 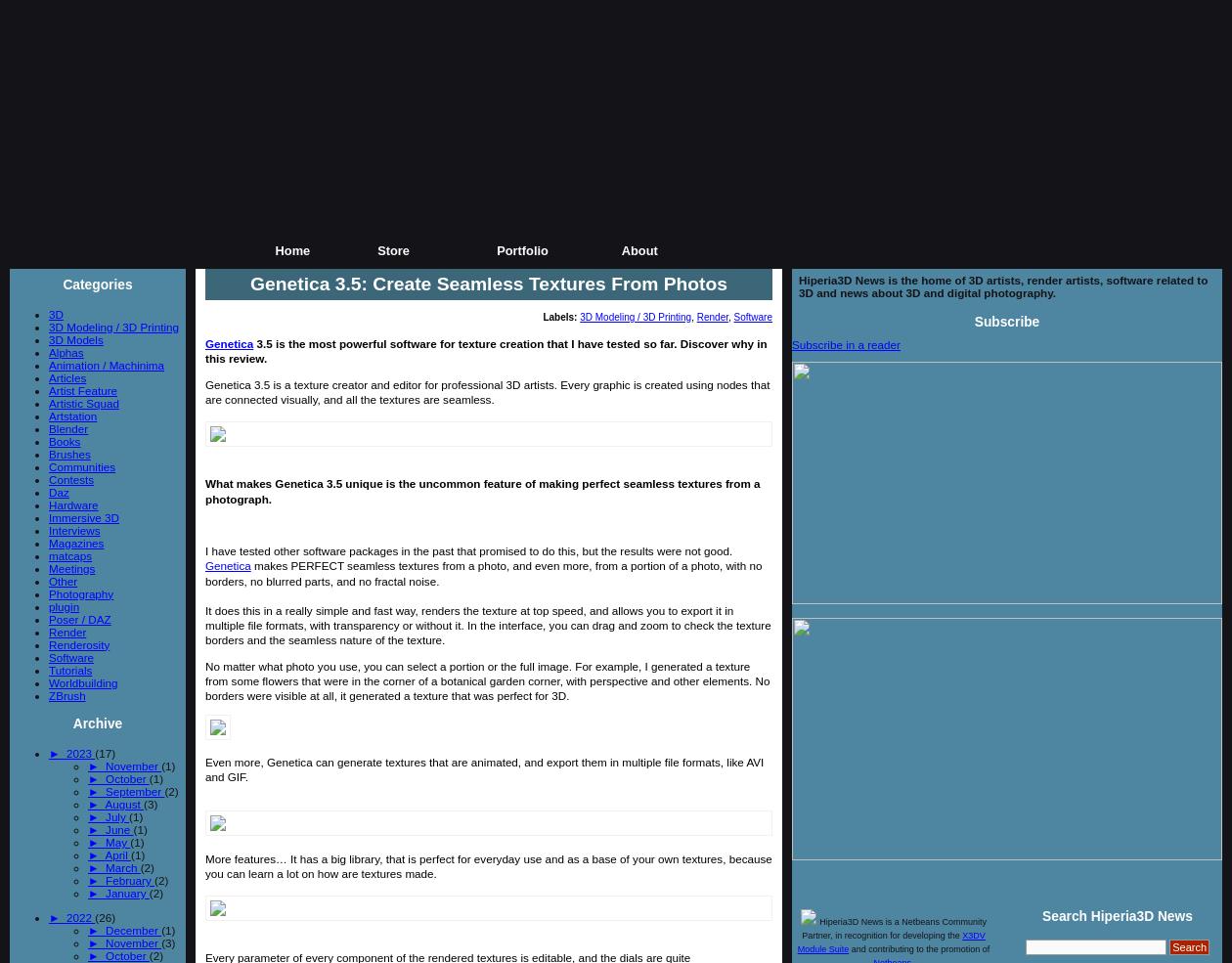 I want to click on '3.5 is the most powerful software for texture creation that I have tested so far. Discover why in this review.', so click(x=485, y=350).